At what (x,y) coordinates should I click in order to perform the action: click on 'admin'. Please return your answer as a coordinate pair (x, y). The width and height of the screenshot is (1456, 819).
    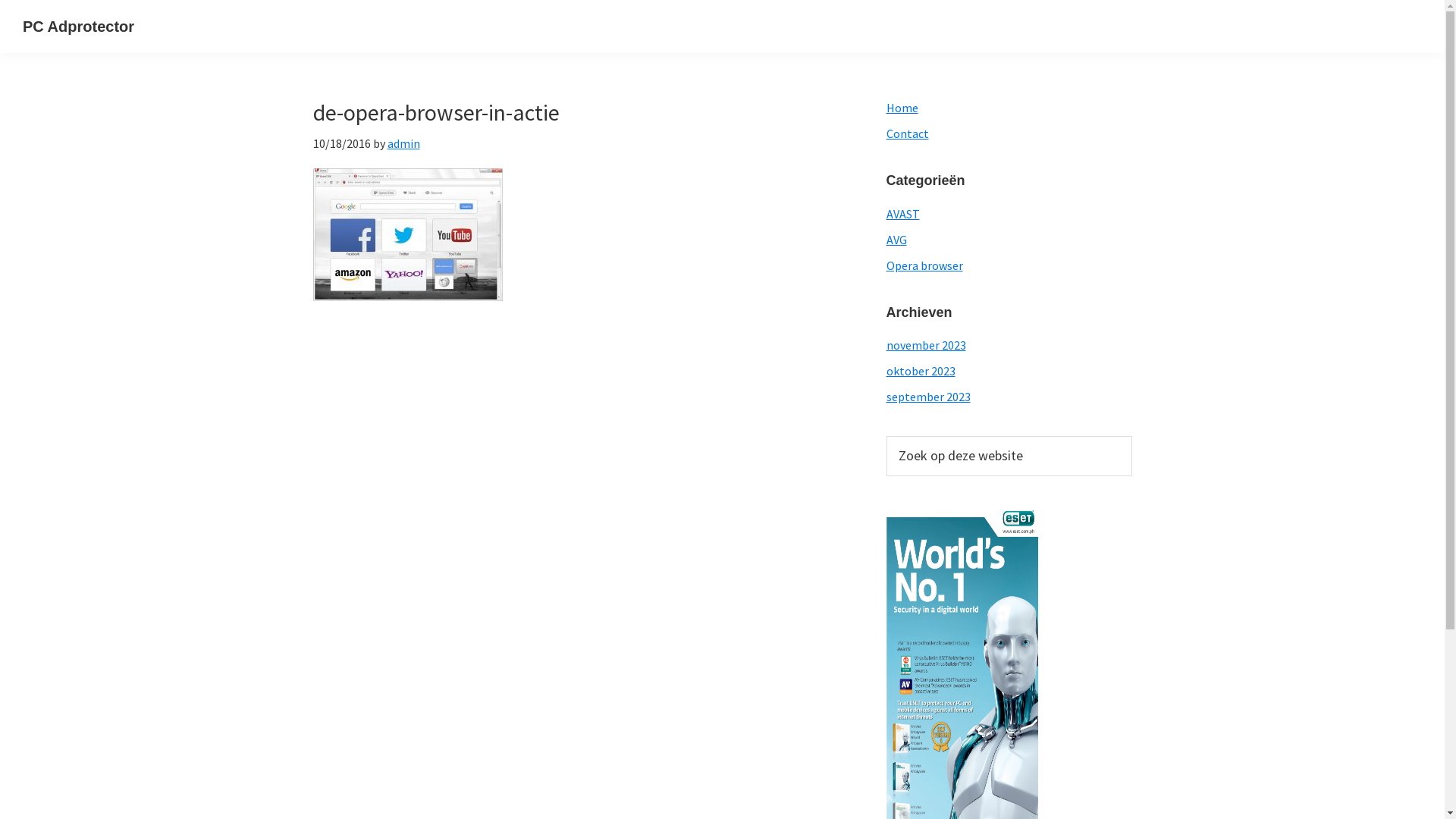
    Looking at the image, I should click on (403, 143).